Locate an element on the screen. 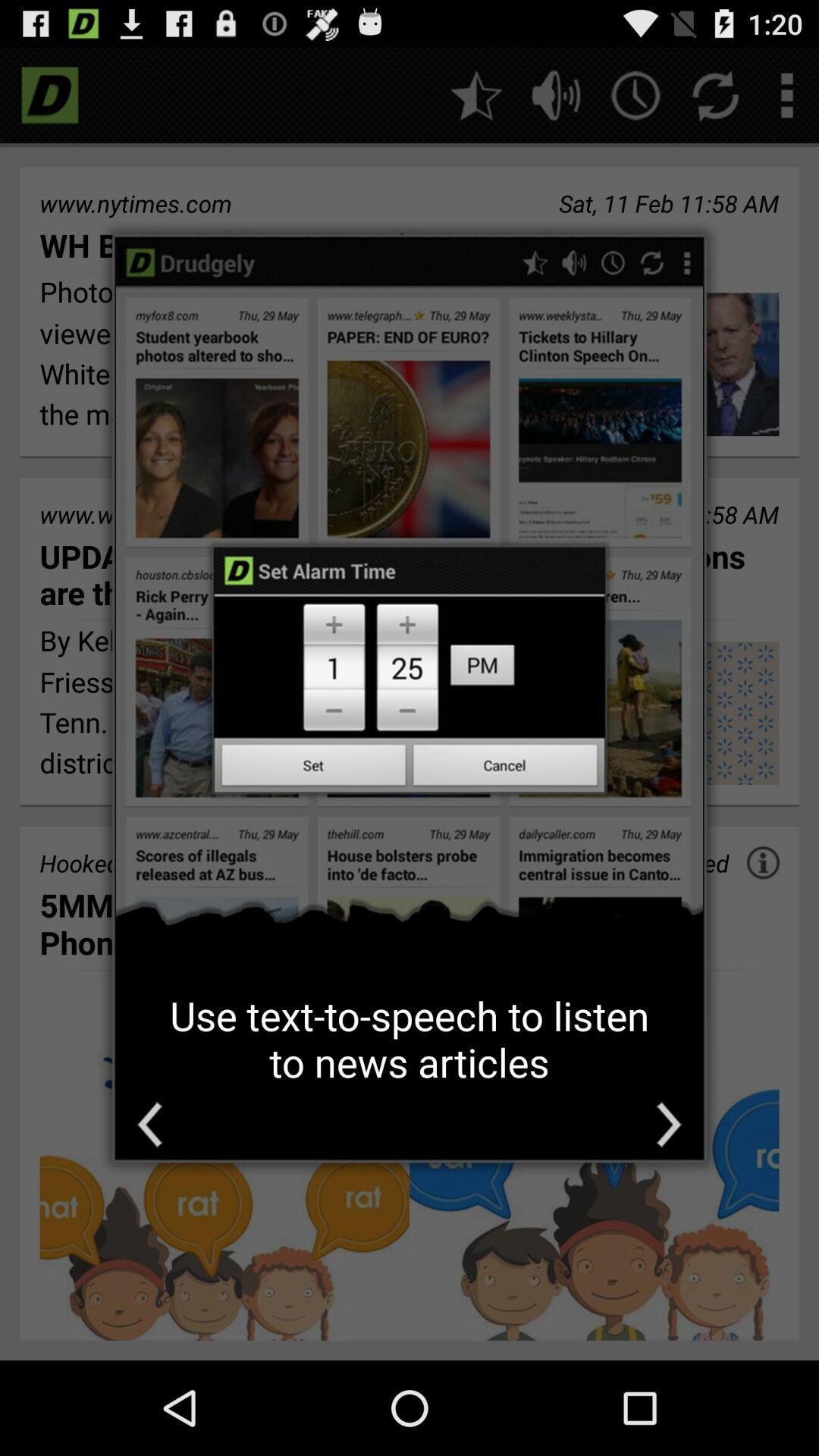 This screenshot has width=819, height=1456. for back is located at coordinates (149, 1125).